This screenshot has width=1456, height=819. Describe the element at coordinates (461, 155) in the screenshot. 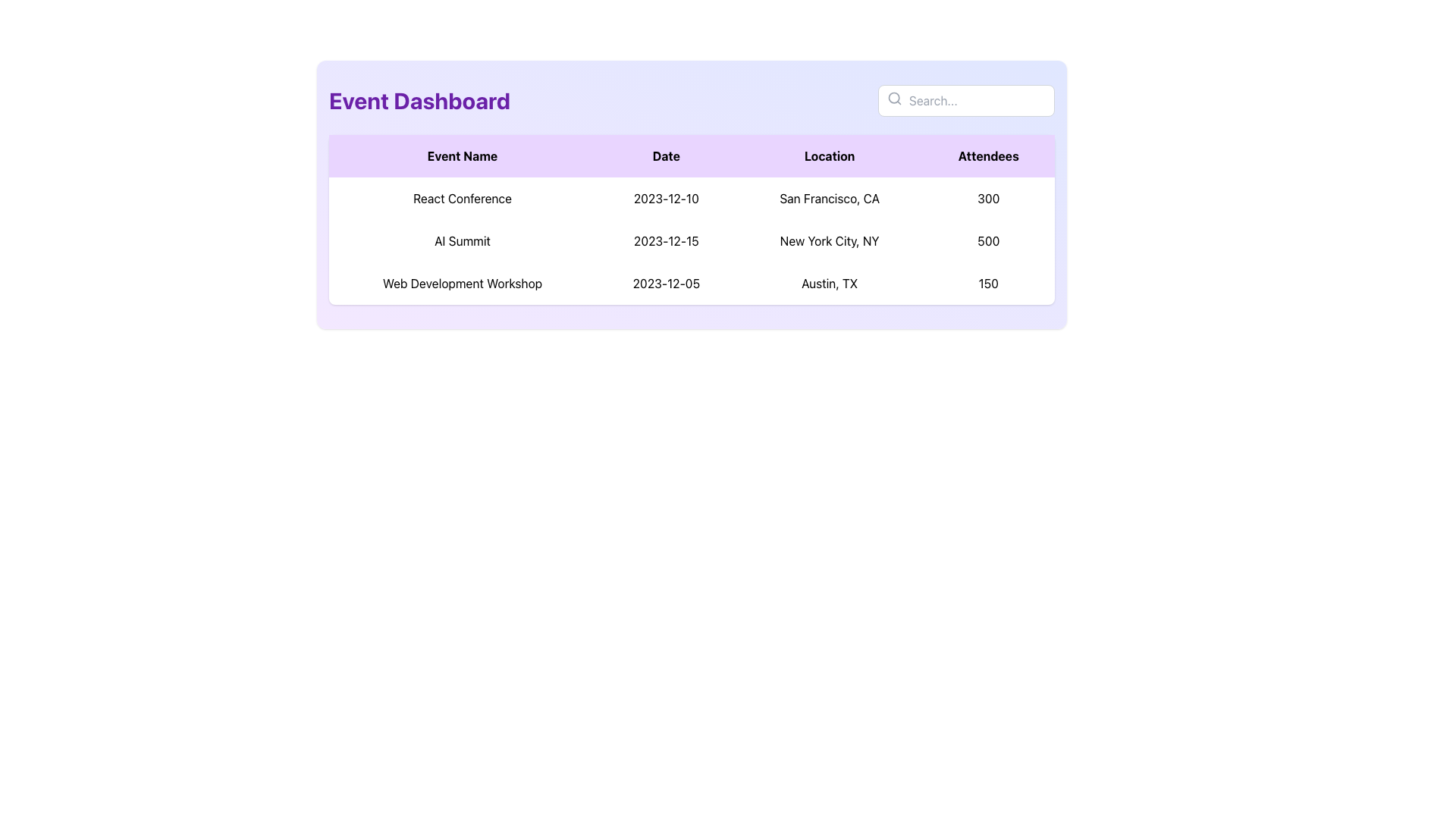

I see `the first table column header that labels the event names` at that location.